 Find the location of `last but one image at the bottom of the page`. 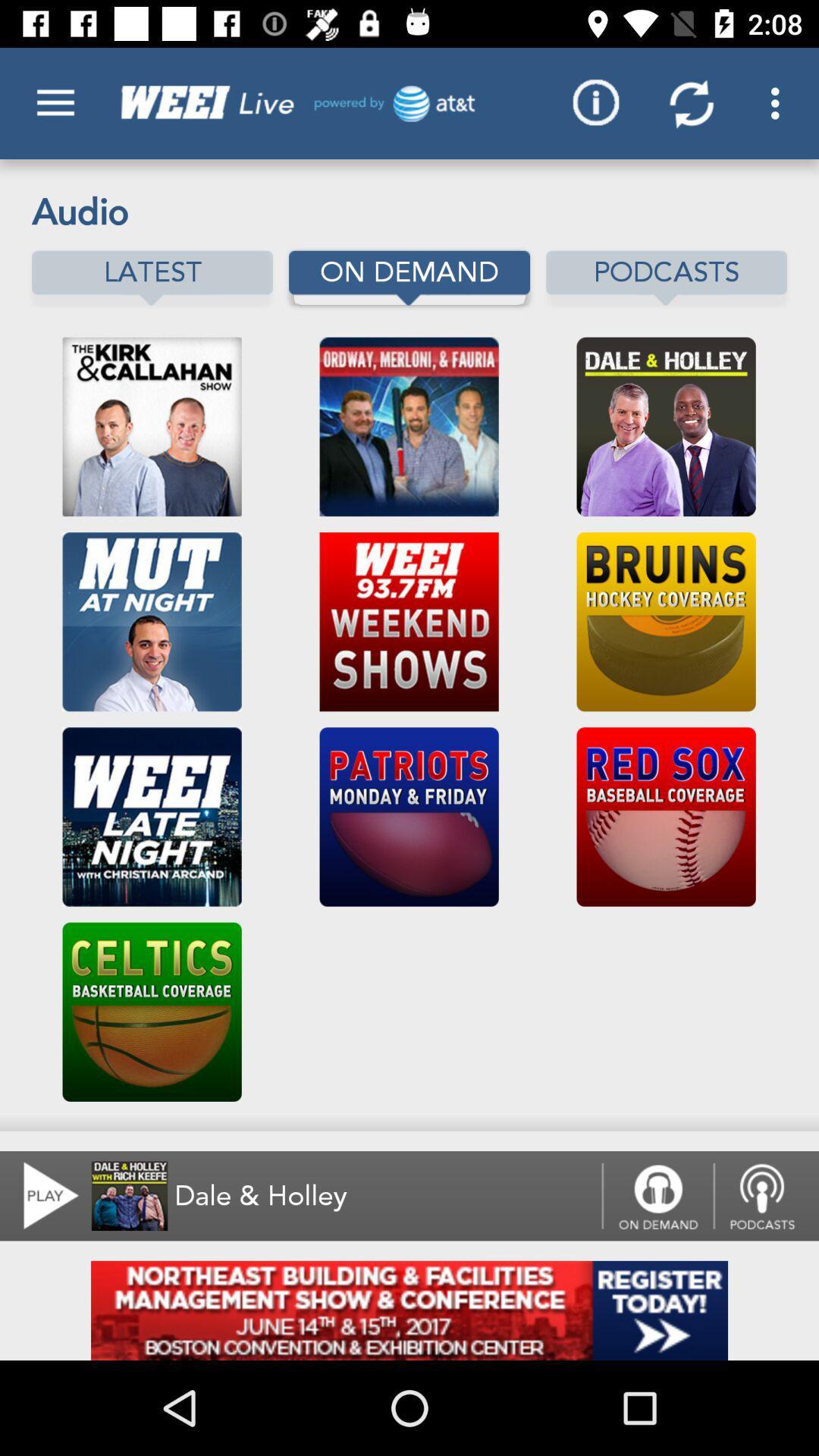

last but one image at the bottom of the page is located at coordinates (152, 1012).